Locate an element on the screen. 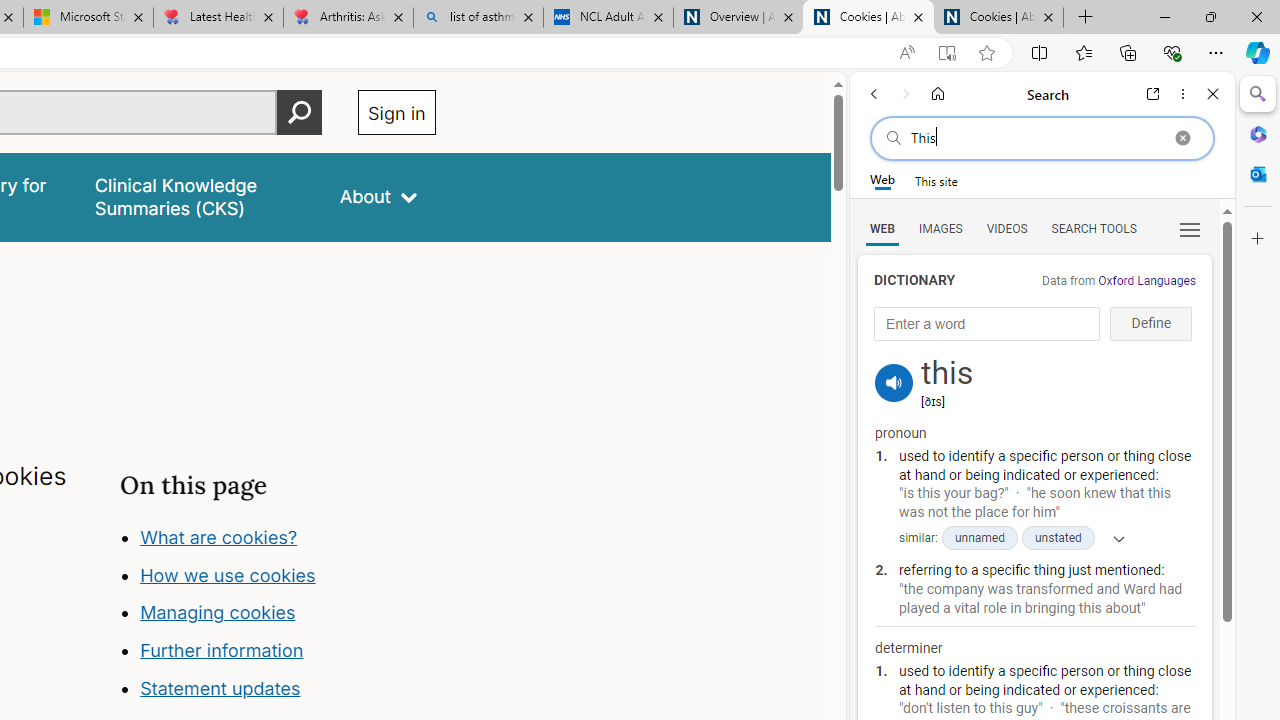  'Statement updates' is located at coordinates (220, 688).